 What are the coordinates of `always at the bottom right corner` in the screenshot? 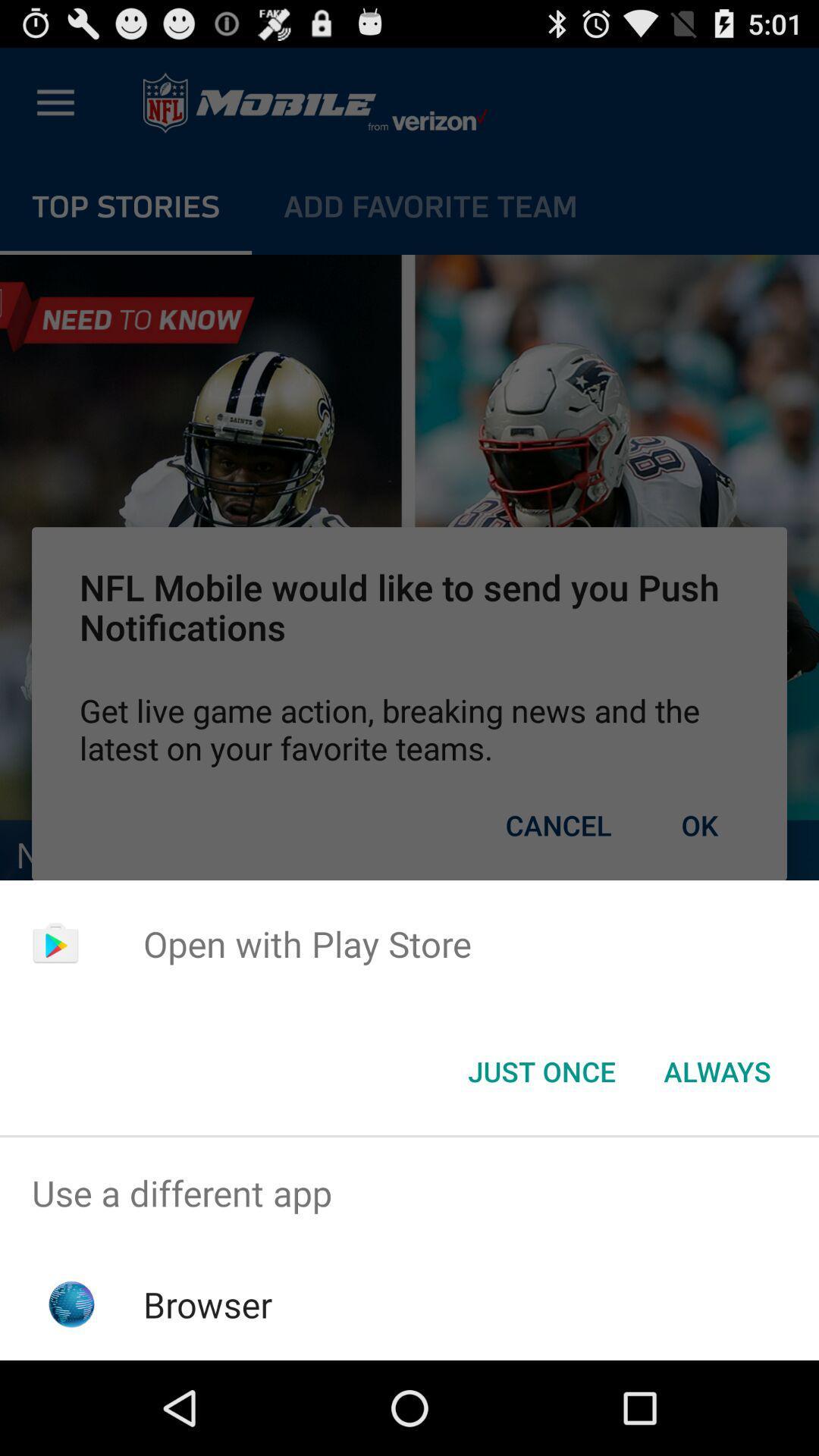 It's located at (717, 1070).